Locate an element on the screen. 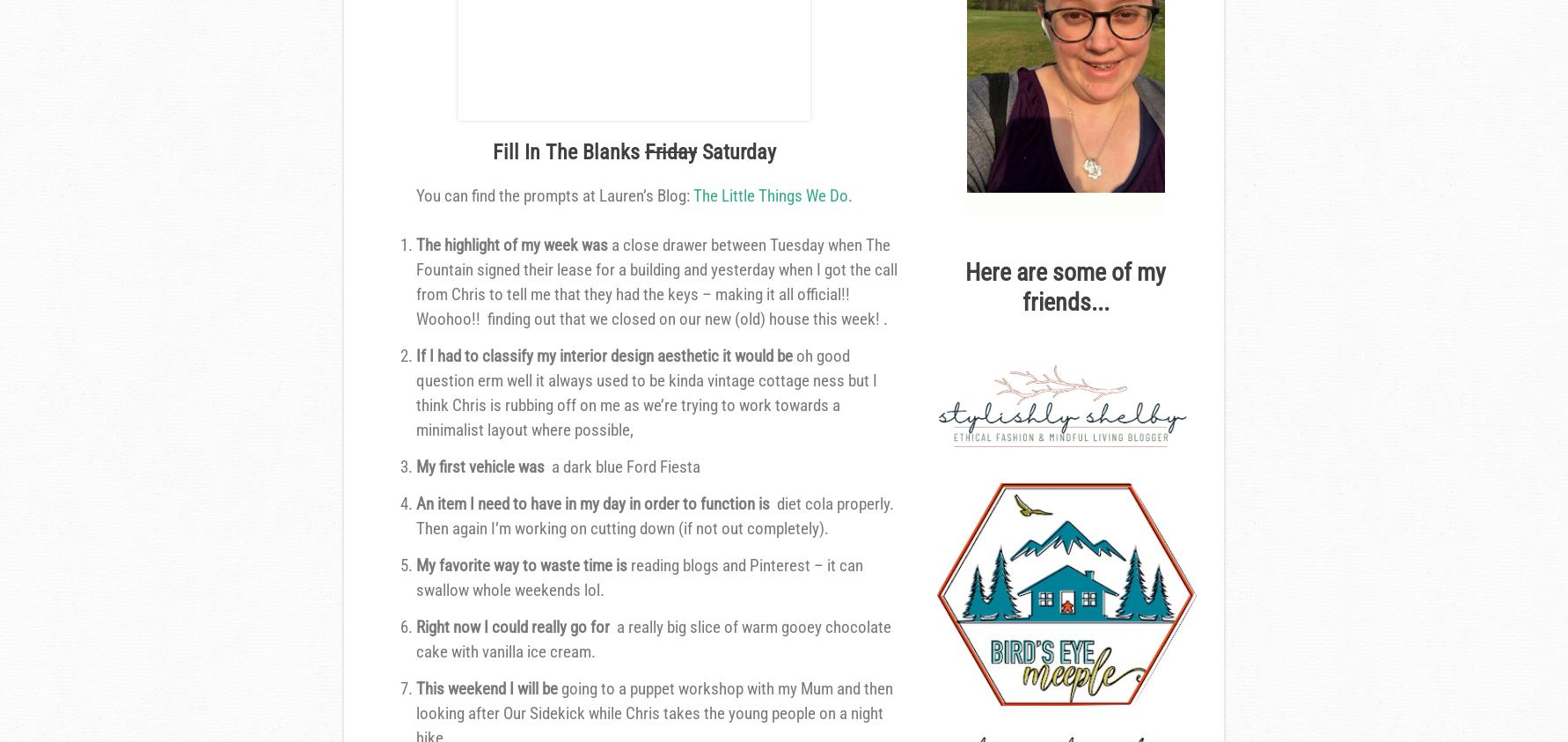 Image resolution: width=1568 pixels, height=742 pixels. 'The Little Things We Do' is located at coordinates (770, 195).